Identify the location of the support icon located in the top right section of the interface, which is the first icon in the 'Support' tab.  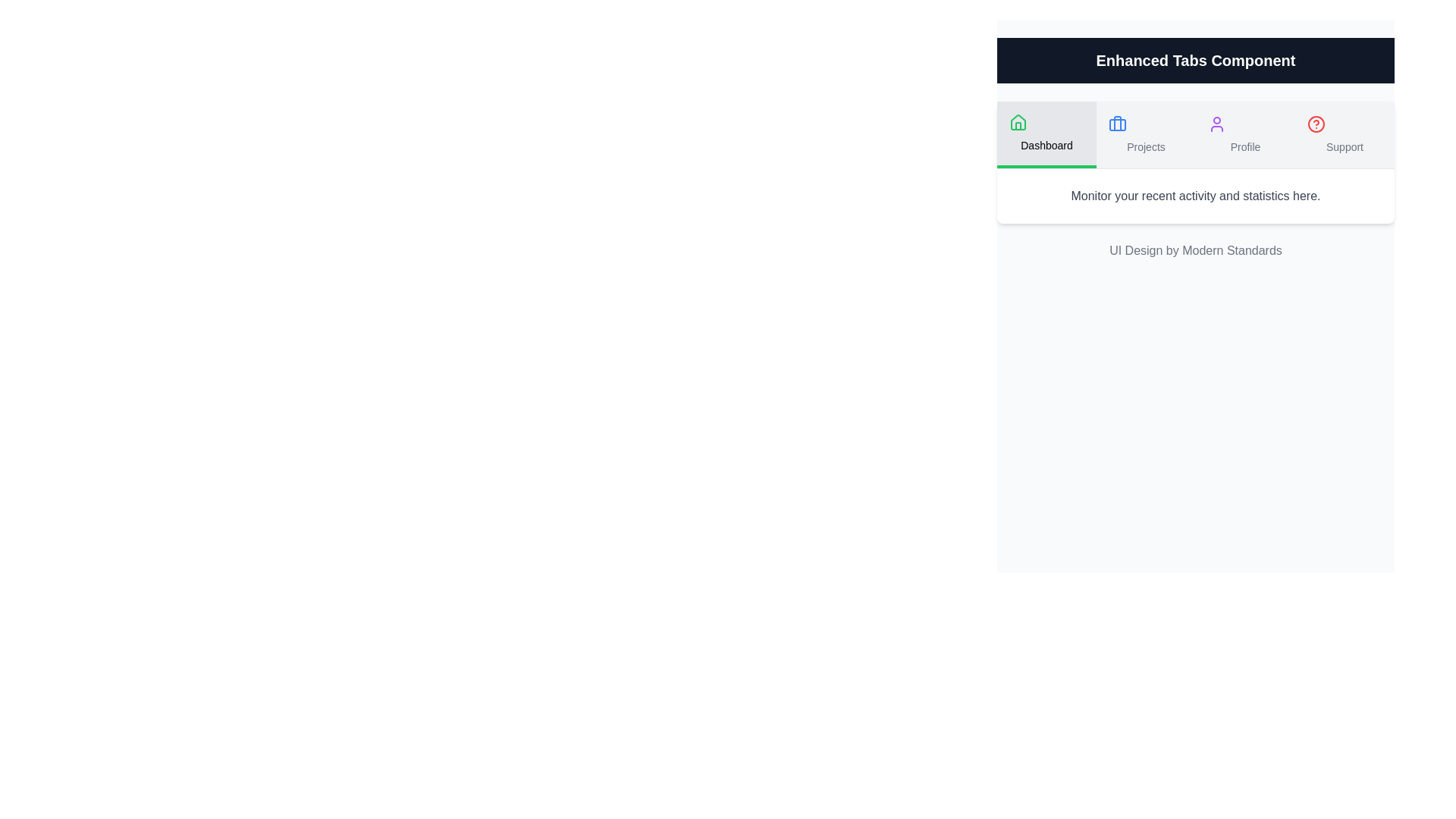
(1316, 124).